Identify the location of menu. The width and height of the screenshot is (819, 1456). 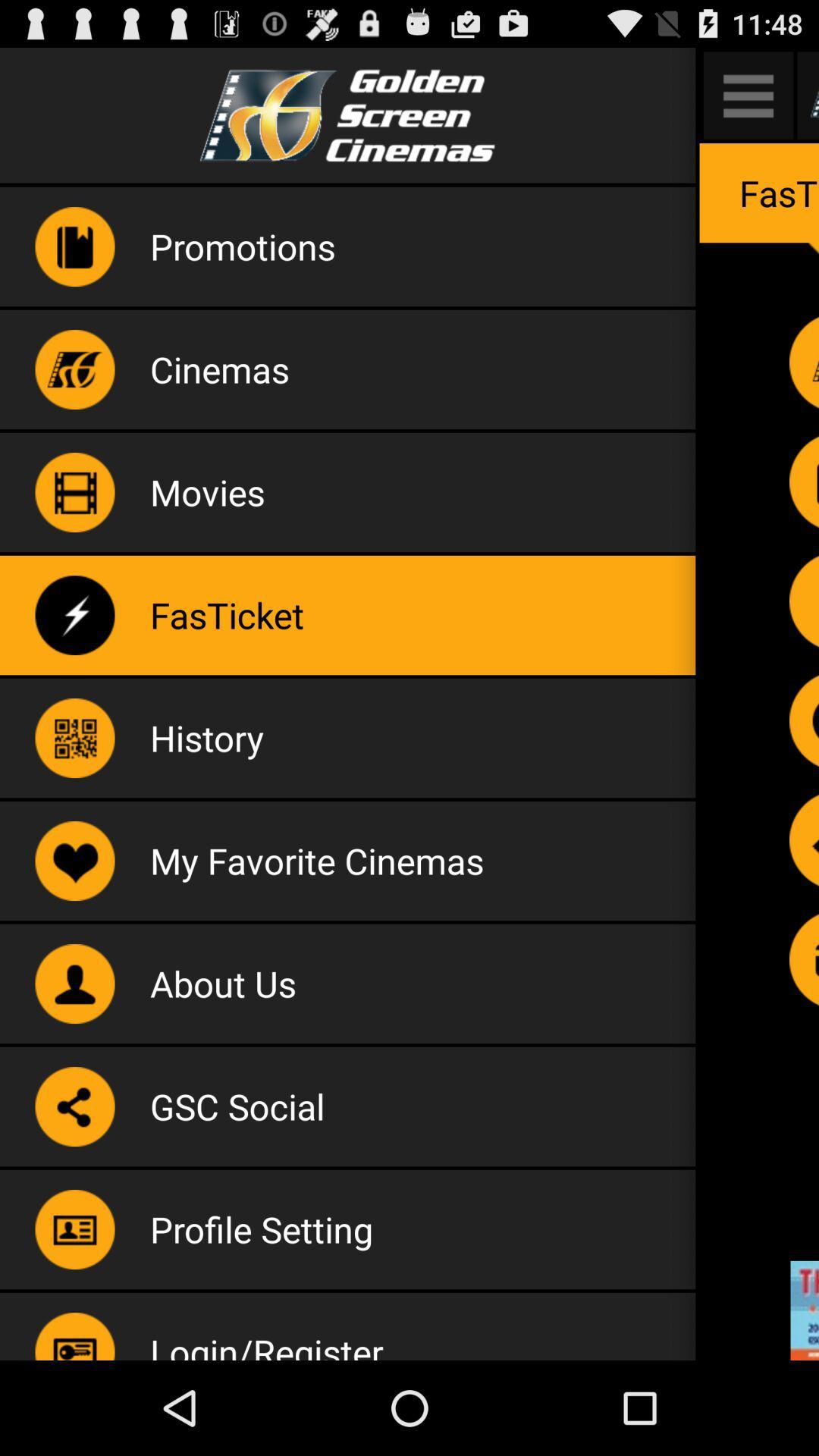
(748, 94).